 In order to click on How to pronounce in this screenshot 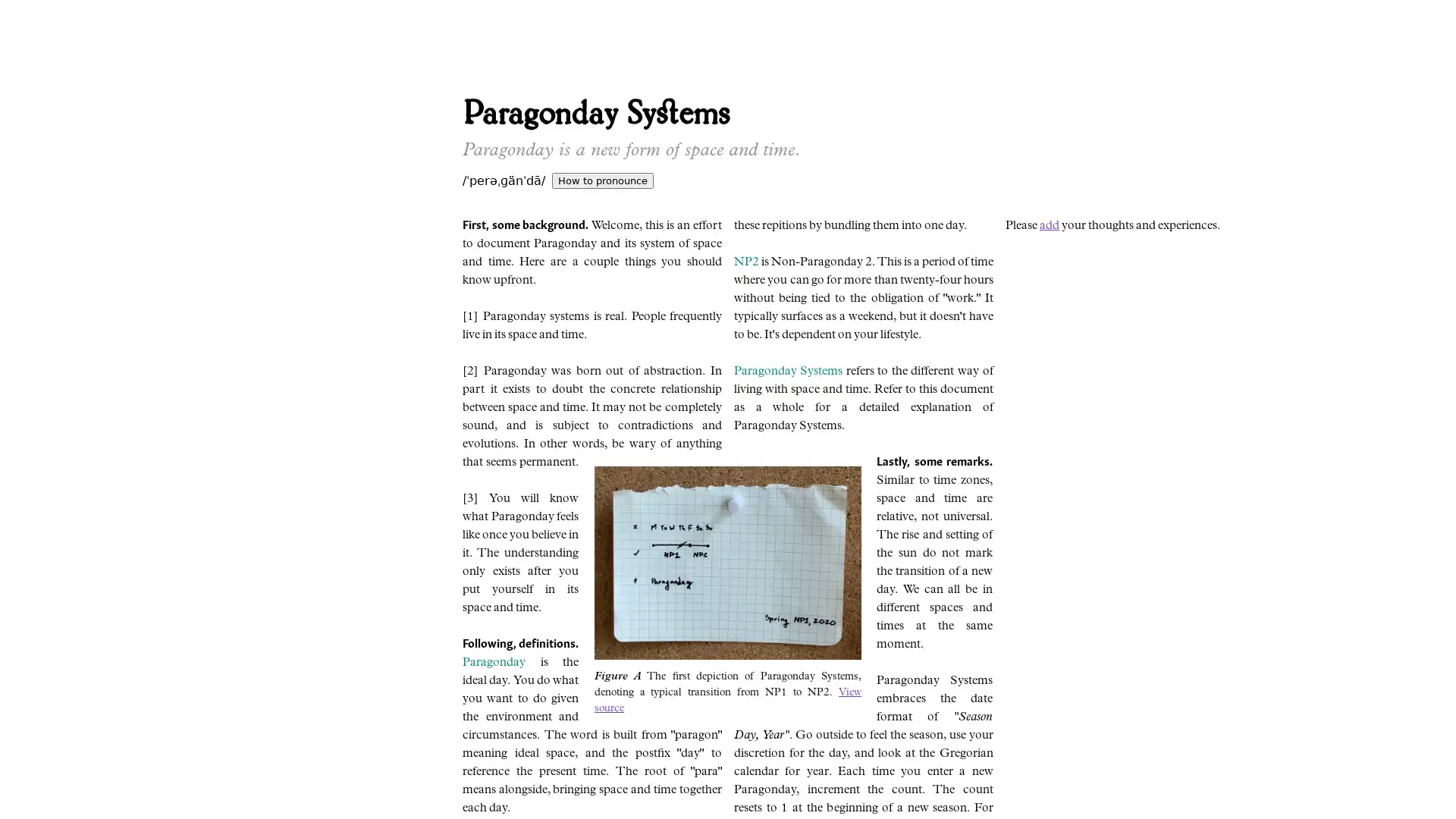, I will do `click(602, 180)`.